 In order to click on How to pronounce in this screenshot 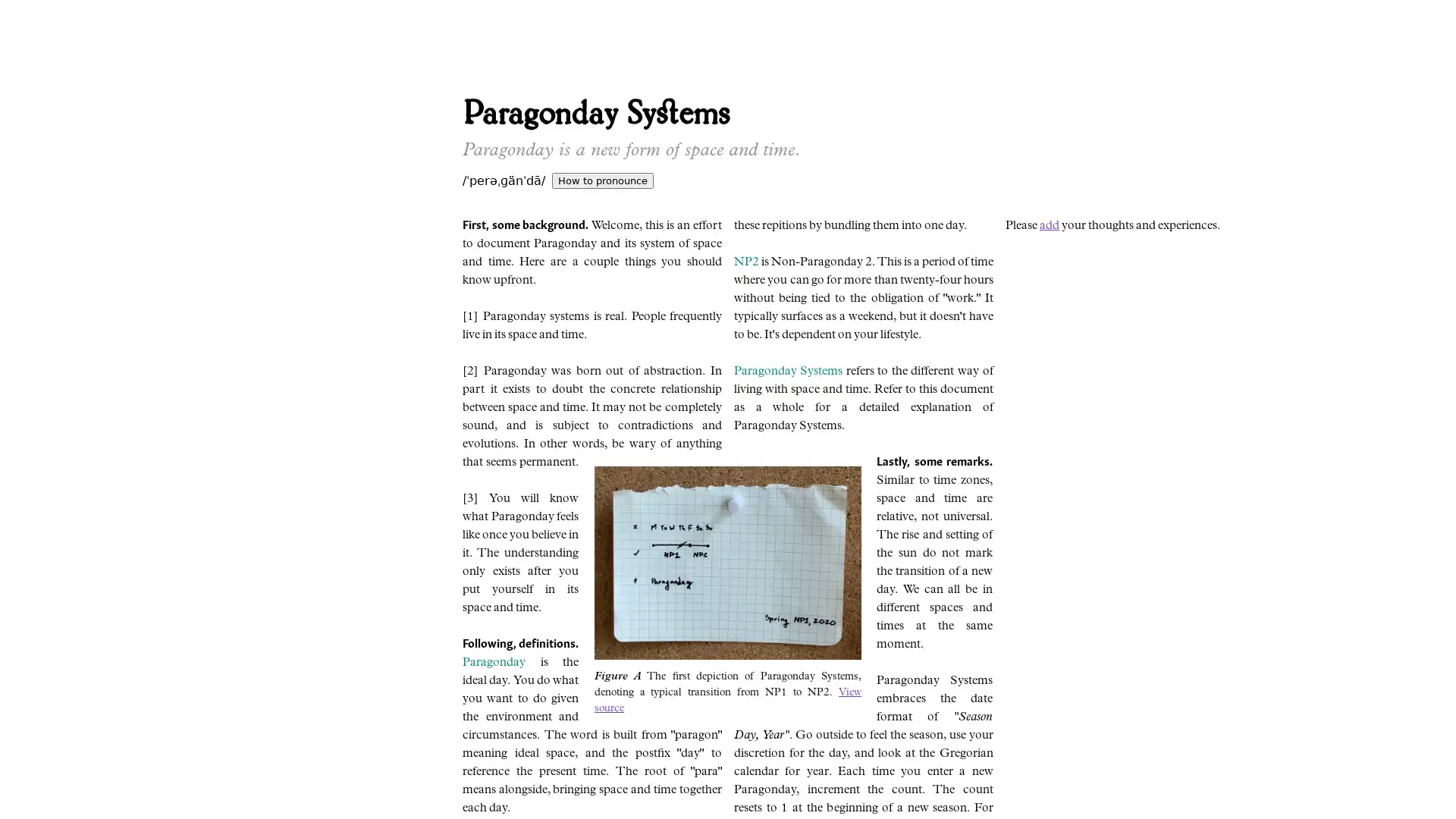, I will do `click(602, 180)`.